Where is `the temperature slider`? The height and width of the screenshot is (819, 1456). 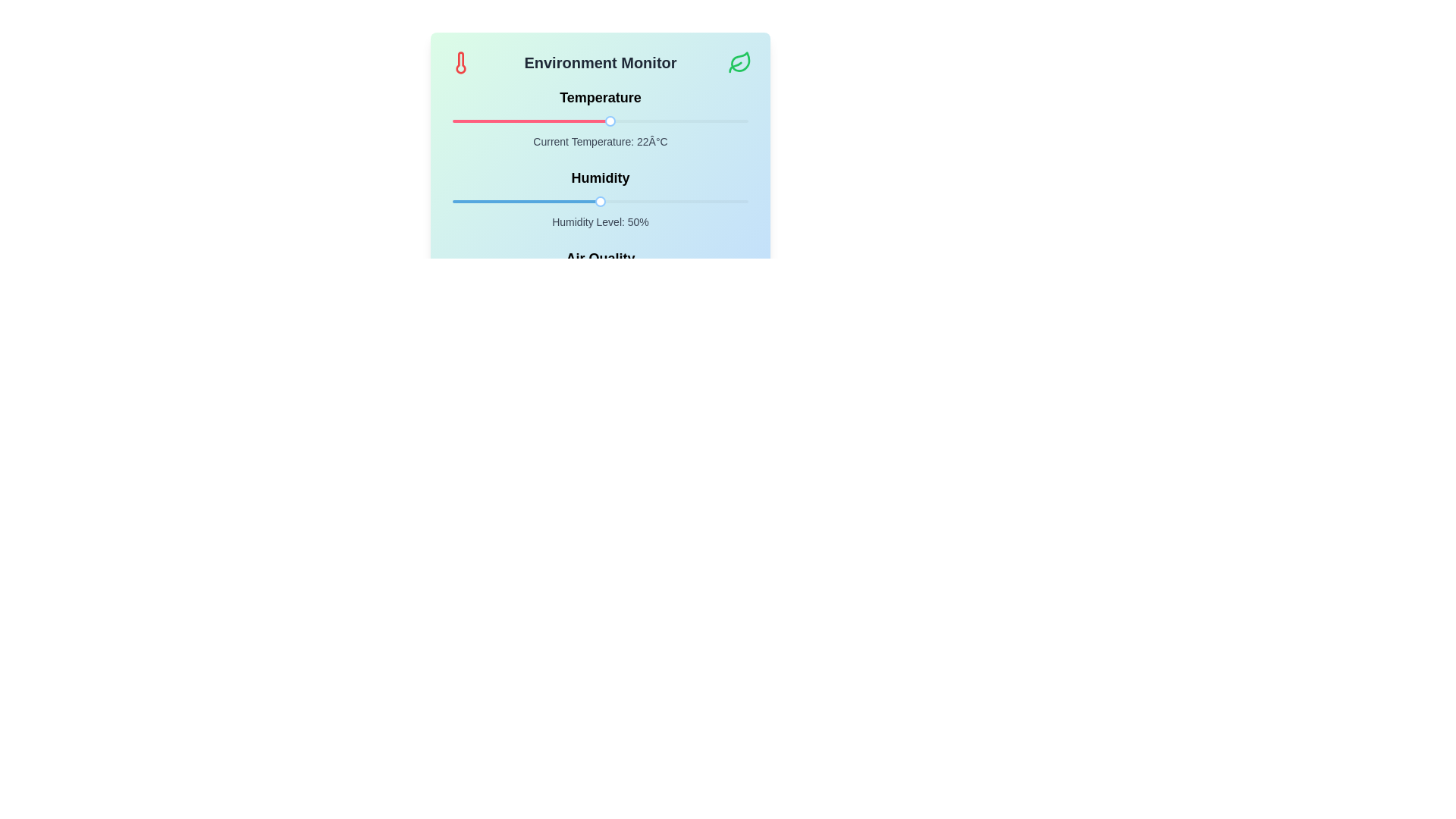 the temperature slider is located at coordinates (565, 120).